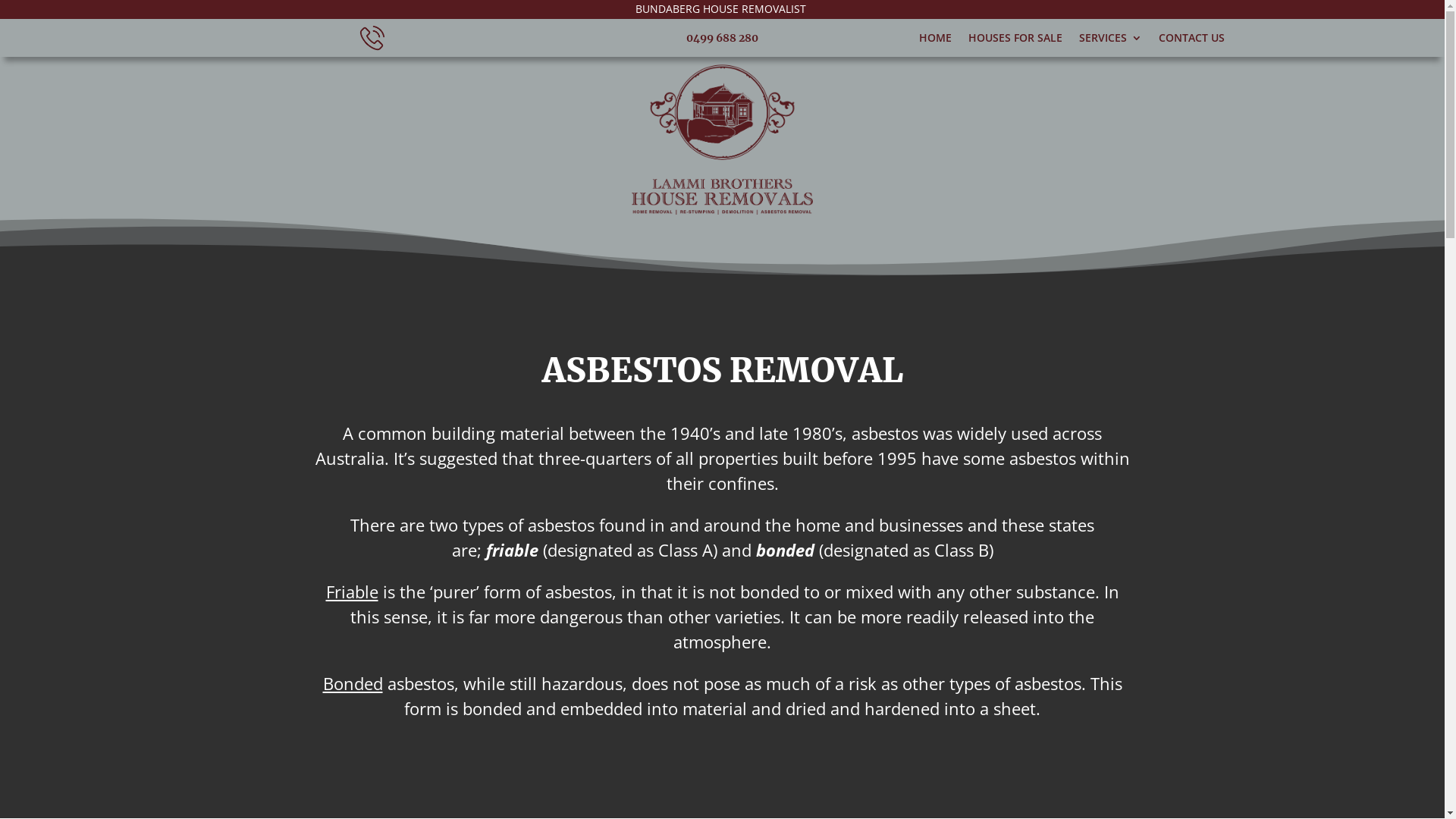 Image resolution: width=1456 pixels, height=819 pixels. I want to click on 'Lammi Brothers Logo', so click(721, 140).